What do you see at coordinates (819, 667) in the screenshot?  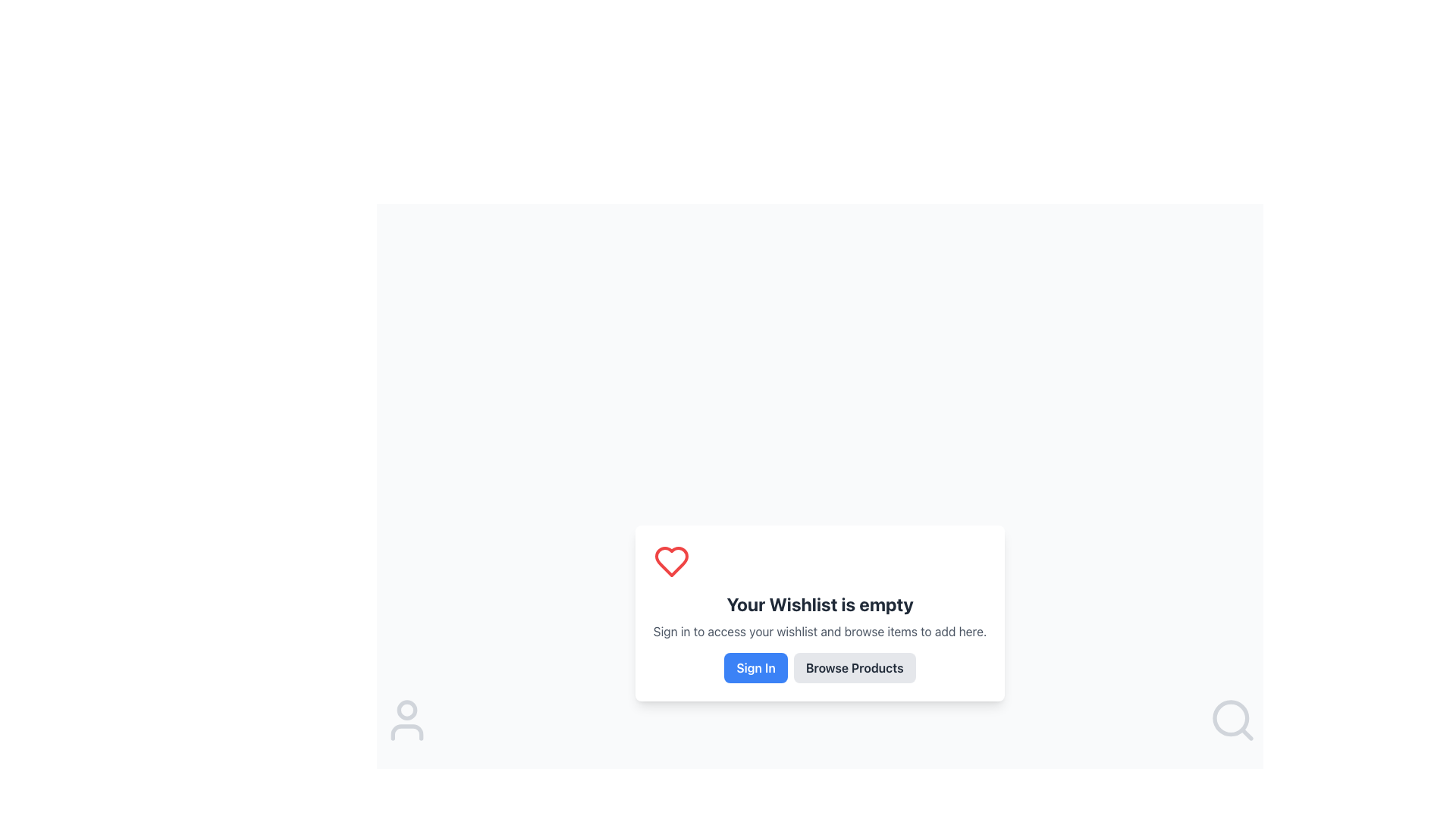 I see `the button located at the bottom of the card layout titled 'Your Wishlist is empty'` at bounding box center [819, 667].